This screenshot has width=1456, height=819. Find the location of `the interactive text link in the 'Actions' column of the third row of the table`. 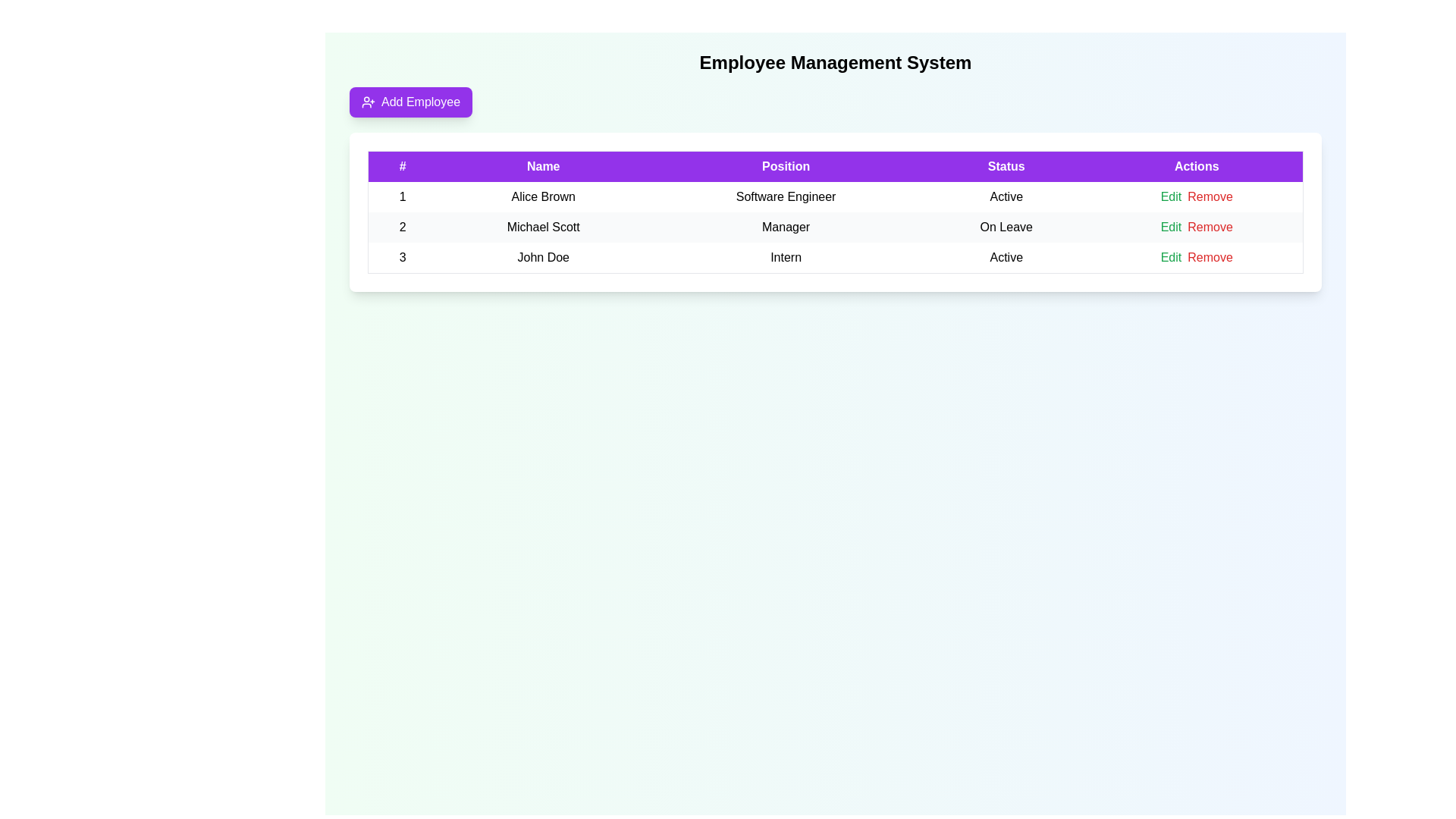

the interactive text link in the 'Actions' column of the third row of the table is located at coordinates (1170, 256).